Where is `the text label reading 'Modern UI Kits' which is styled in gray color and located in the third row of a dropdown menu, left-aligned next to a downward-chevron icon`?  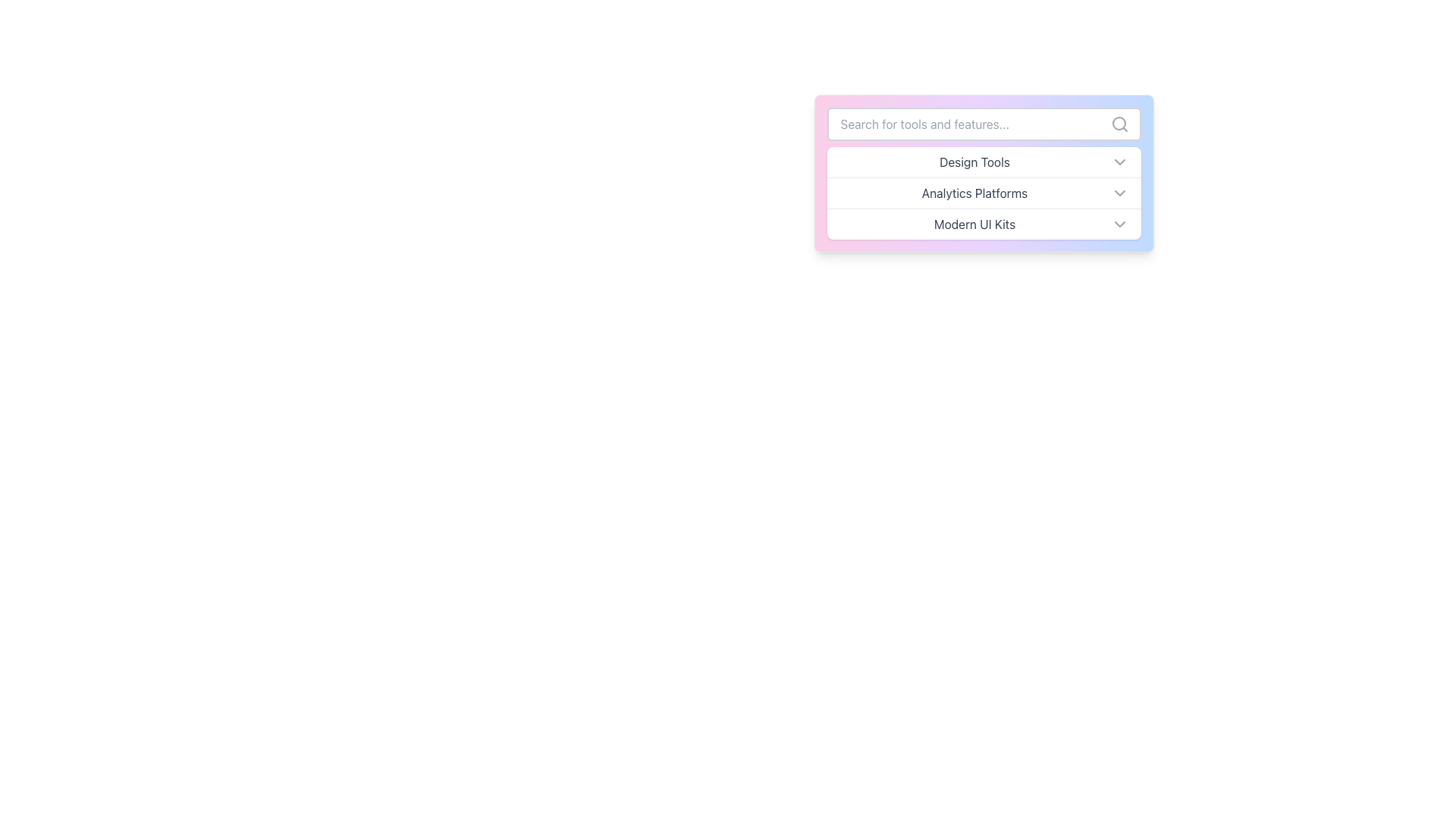 the text label reading 'Modern UI Kits' which is styled in gray color and located in the third row of a dropdown menu, left-aligned next to a downward-chevron icon is located at coordinates (974, 224).